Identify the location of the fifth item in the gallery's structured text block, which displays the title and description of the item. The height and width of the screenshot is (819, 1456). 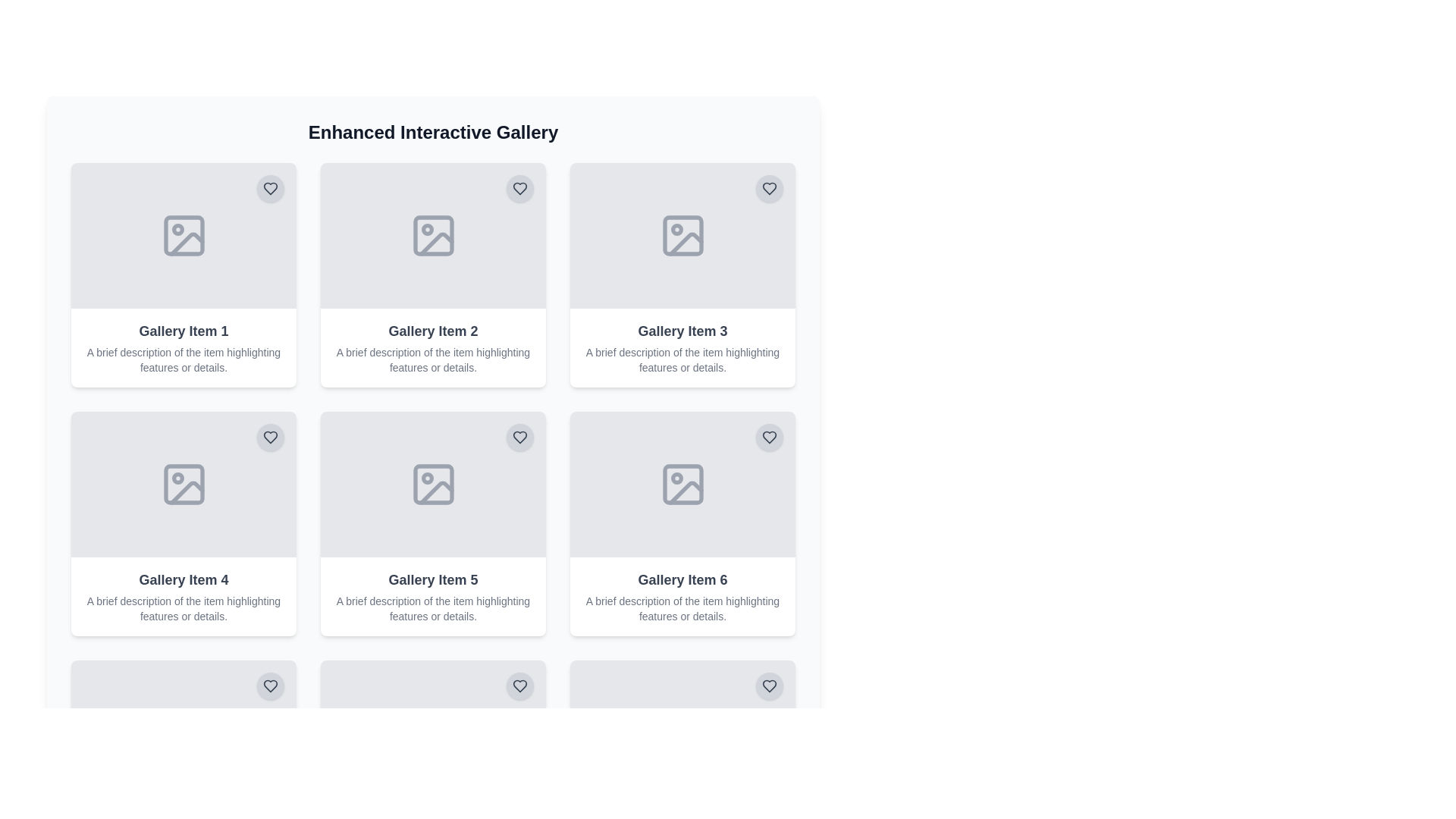
(432, 595).